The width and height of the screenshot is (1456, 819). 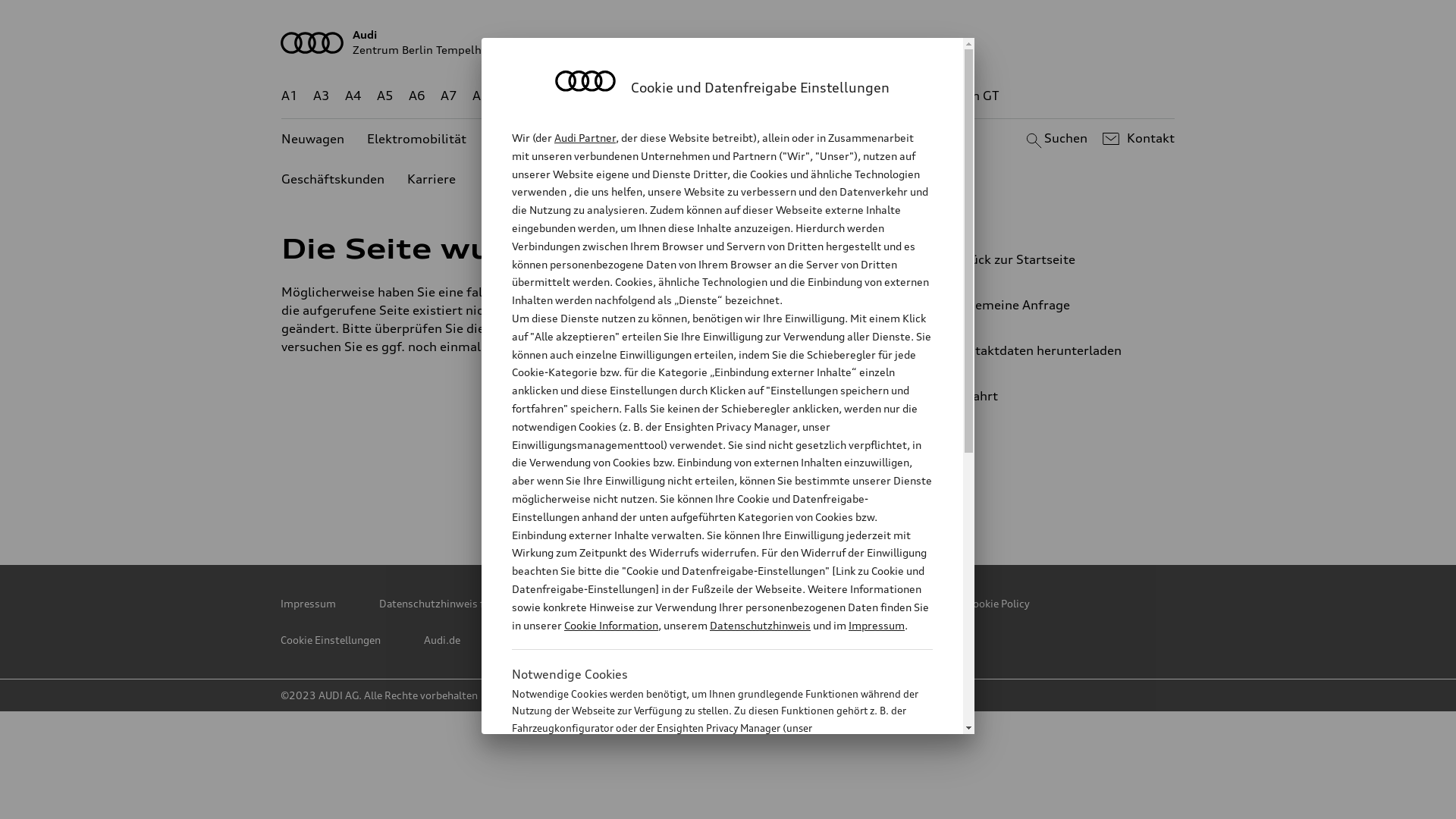 What do you see at coordinates (866, 96) in the screenshot?
I see `'RS'` at bounding box center [866, 96].